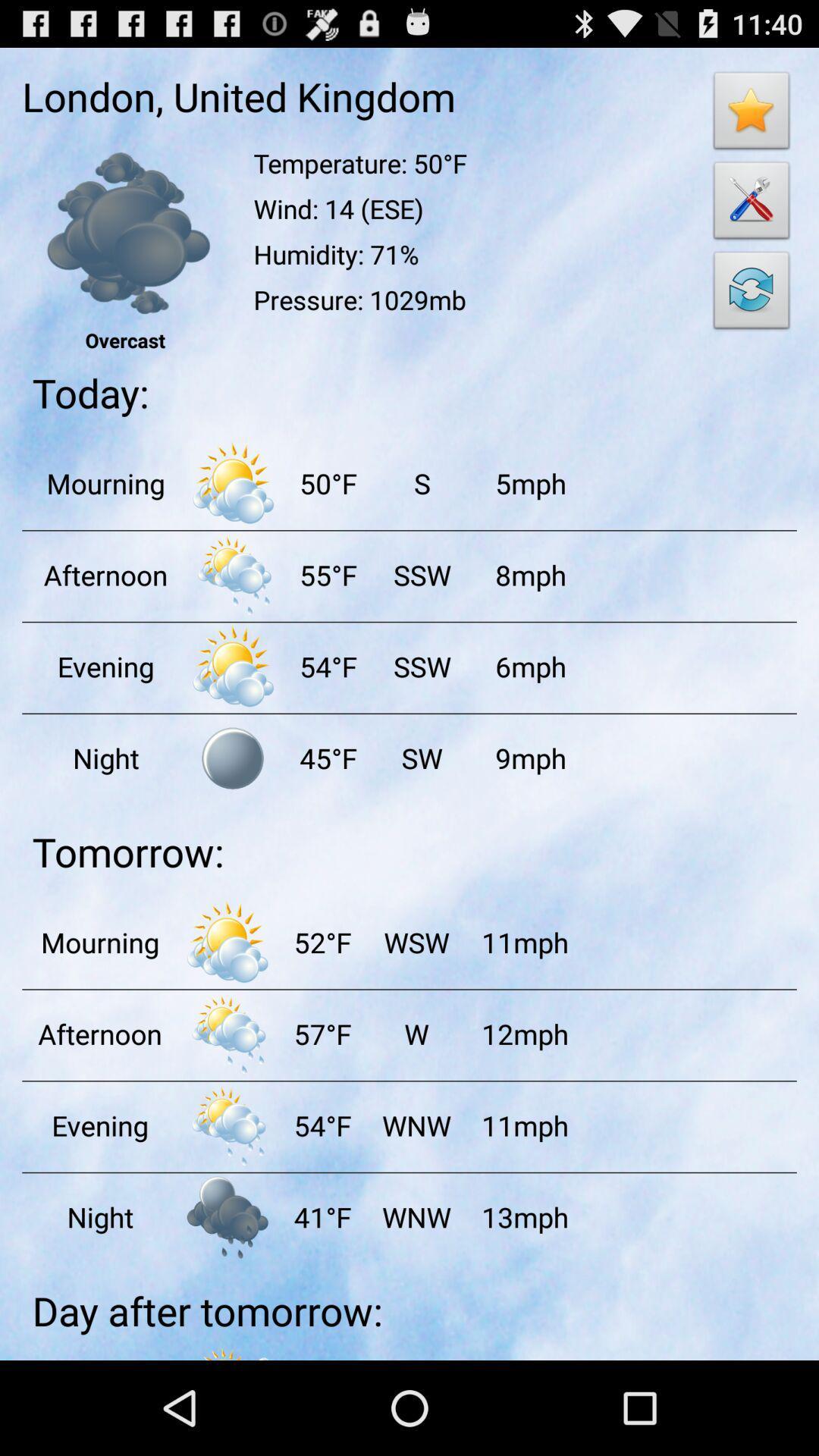 The height and width of the screenshot is (1456, 819). I want to click on overcast, so click(124, 232).